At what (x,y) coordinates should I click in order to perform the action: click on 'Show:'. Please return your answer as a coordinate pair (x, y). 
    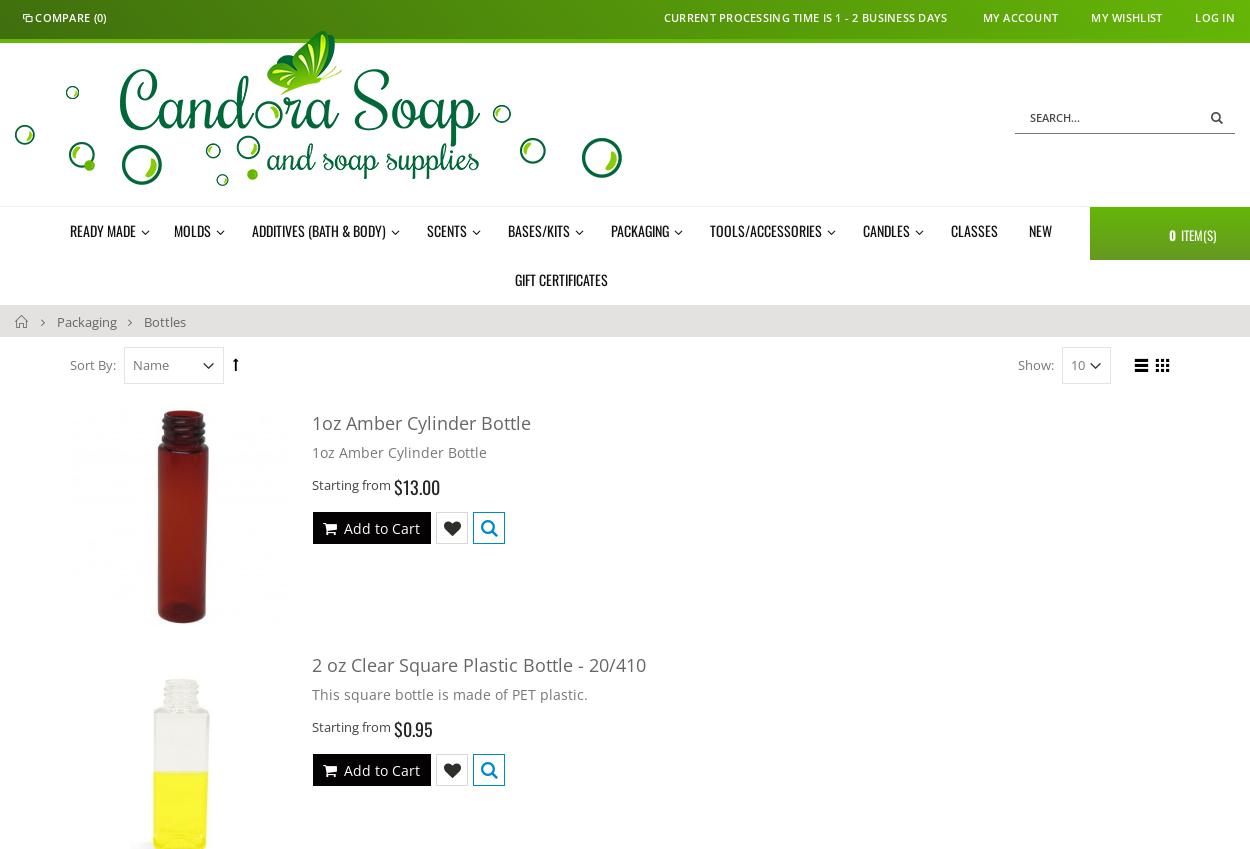
    Looking at the image, I should click on (1018, 363).